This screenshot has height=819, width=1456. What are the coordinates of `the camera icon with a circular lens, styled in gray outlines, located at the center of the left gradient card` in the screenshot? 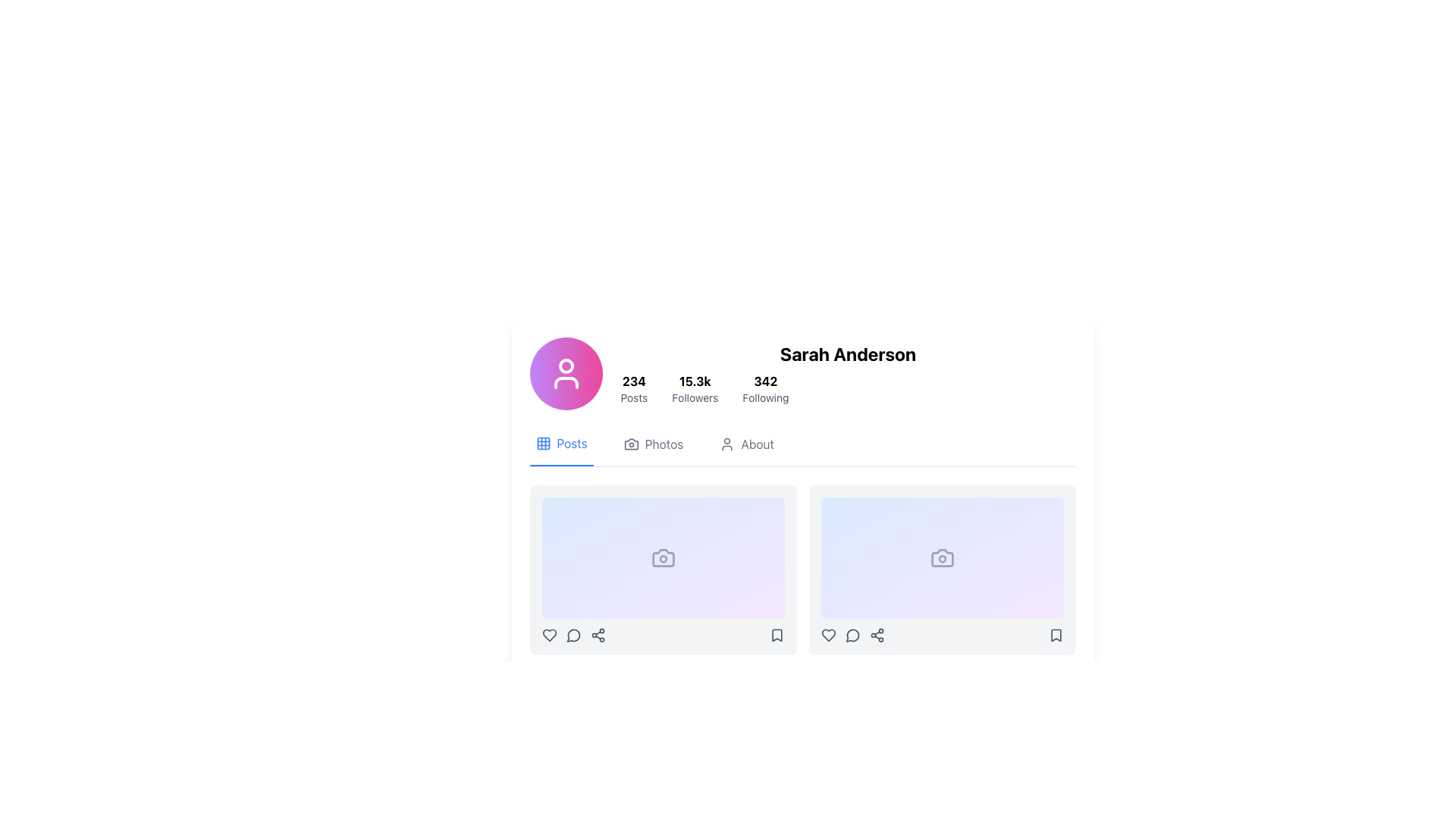 It's located at (663, 558).